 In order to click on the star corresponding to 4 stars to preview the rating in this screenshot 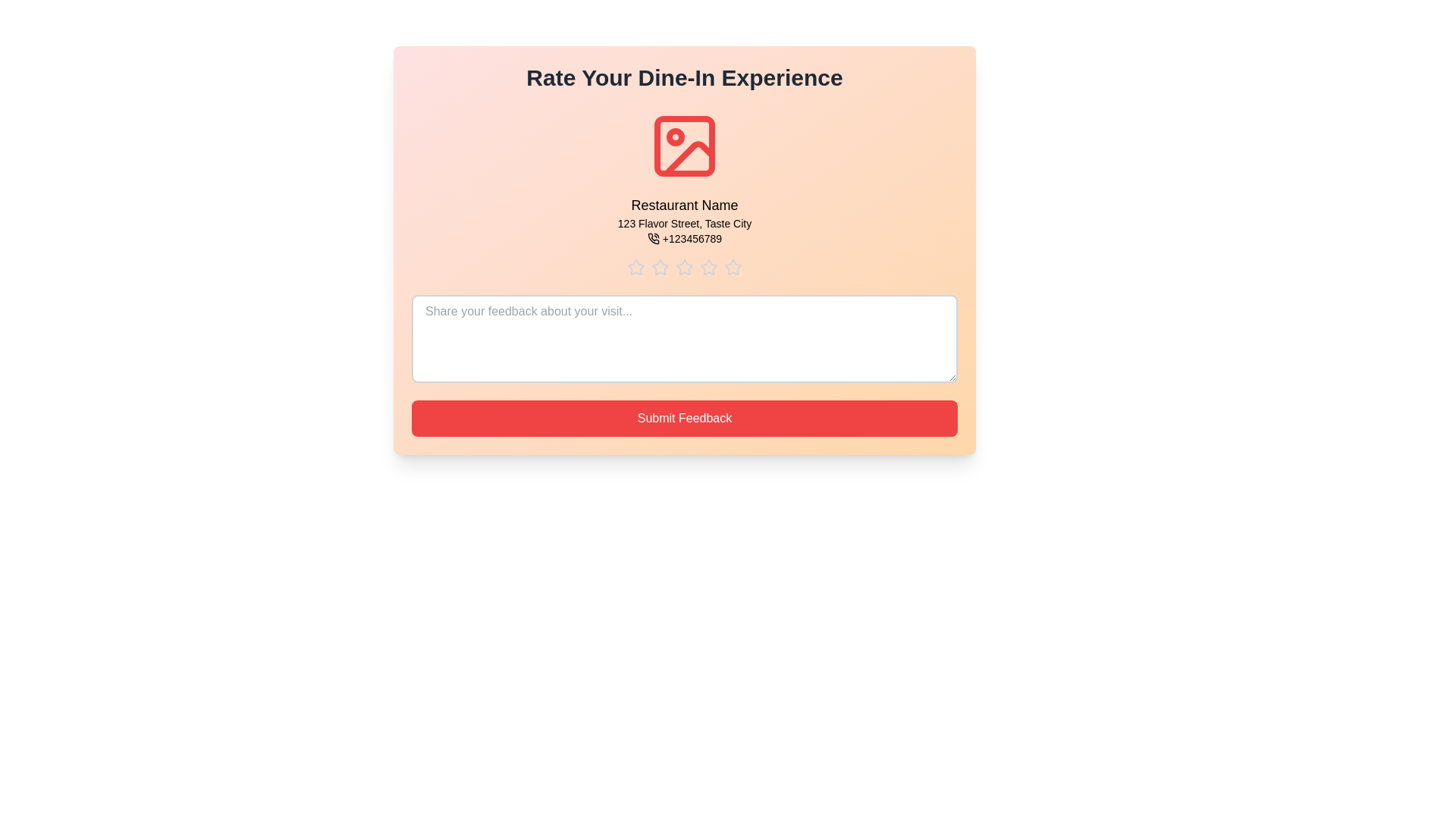, I will do `click(708, 267)`.